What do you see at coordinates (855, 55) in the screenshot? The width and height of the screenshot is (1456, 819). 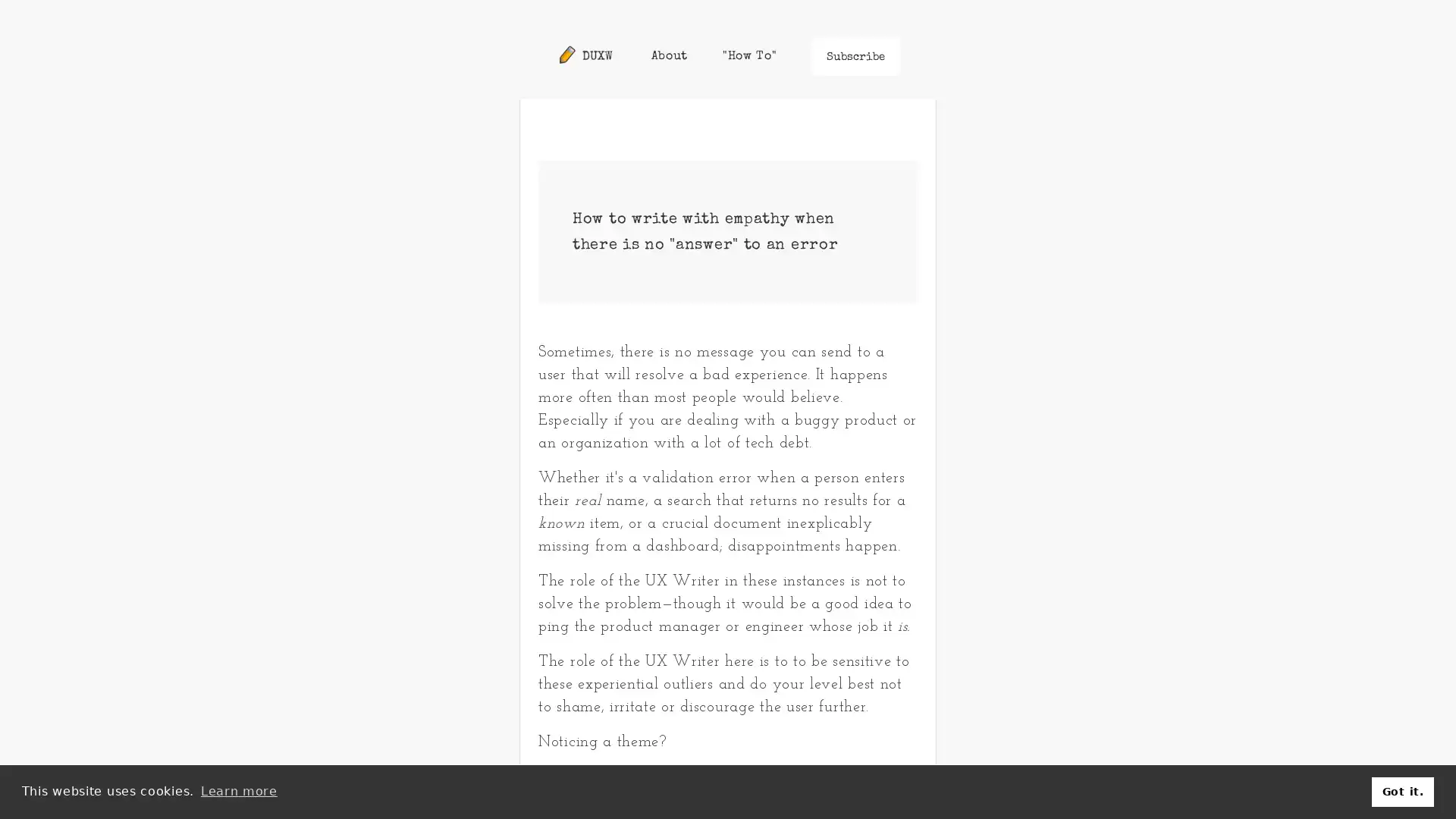 I see `Subscribe` at bounding box center [855, 55].